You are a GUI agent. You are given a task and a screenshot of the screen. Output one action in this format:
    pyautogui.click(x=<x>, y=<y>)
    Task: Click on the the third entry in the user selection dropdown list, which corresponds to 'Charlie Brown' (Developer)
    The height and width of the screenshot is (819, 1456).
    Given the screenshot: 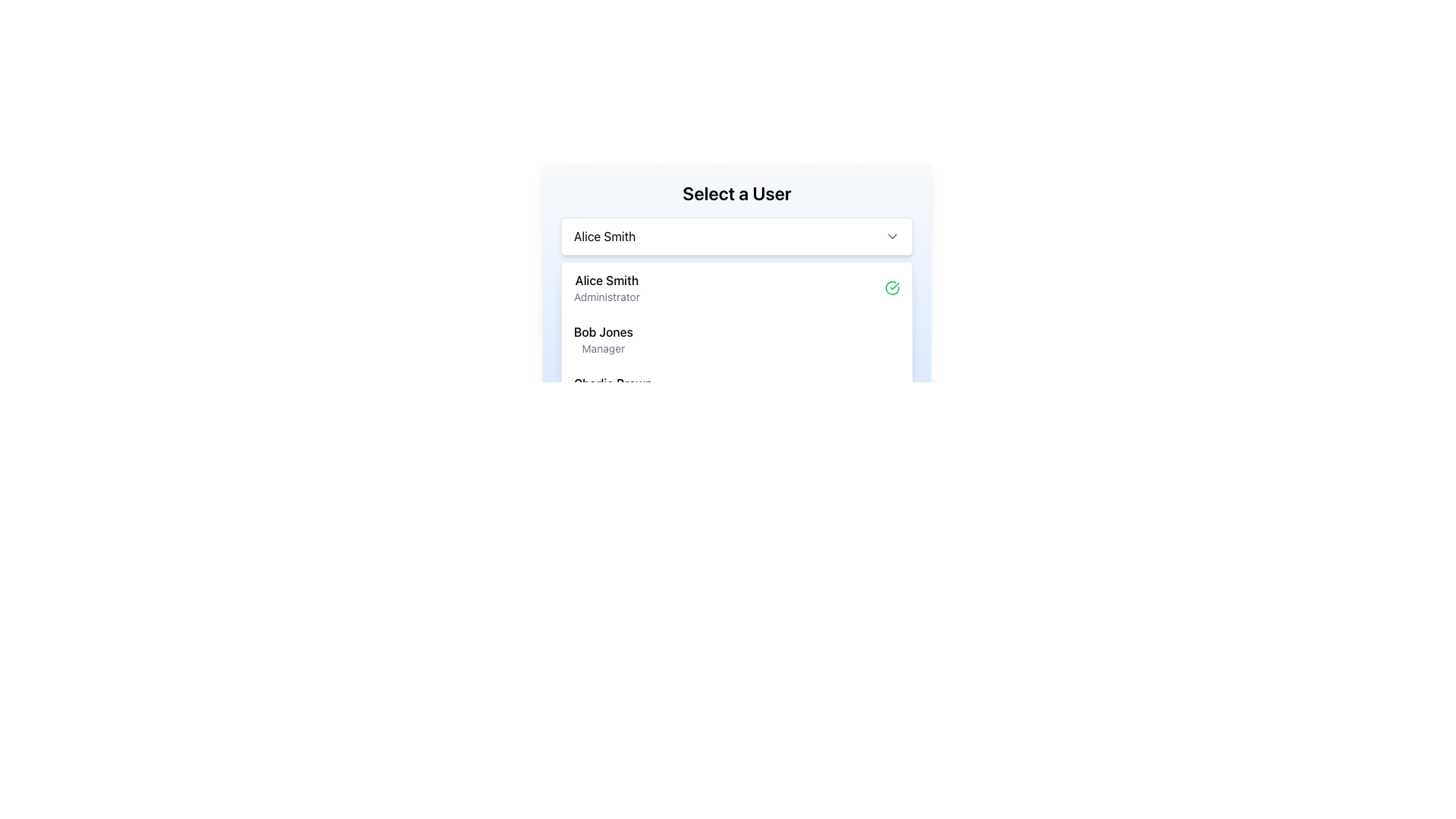 What is the action you would take?
    pyautogui.click(x=613, y=391)
    